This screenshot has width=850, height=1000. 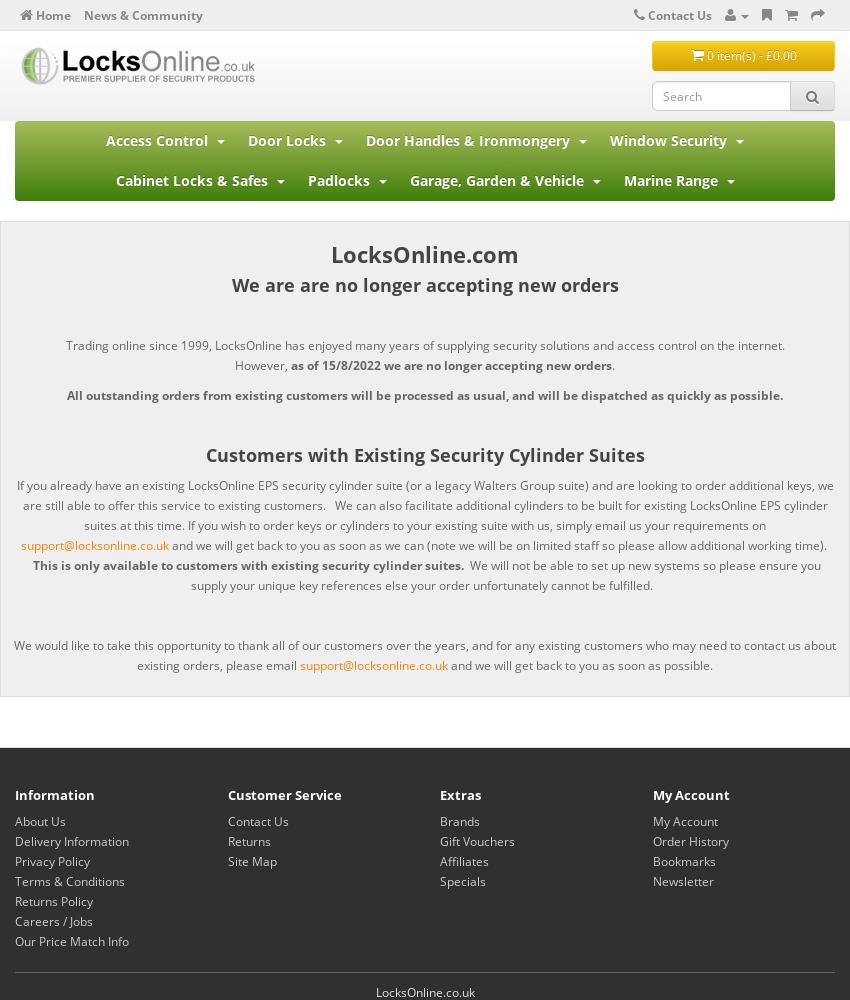 What do you see at coordinates (340, 180) in the screenshot?
I see `'Padlocks'` at bounding box center [340, 180].